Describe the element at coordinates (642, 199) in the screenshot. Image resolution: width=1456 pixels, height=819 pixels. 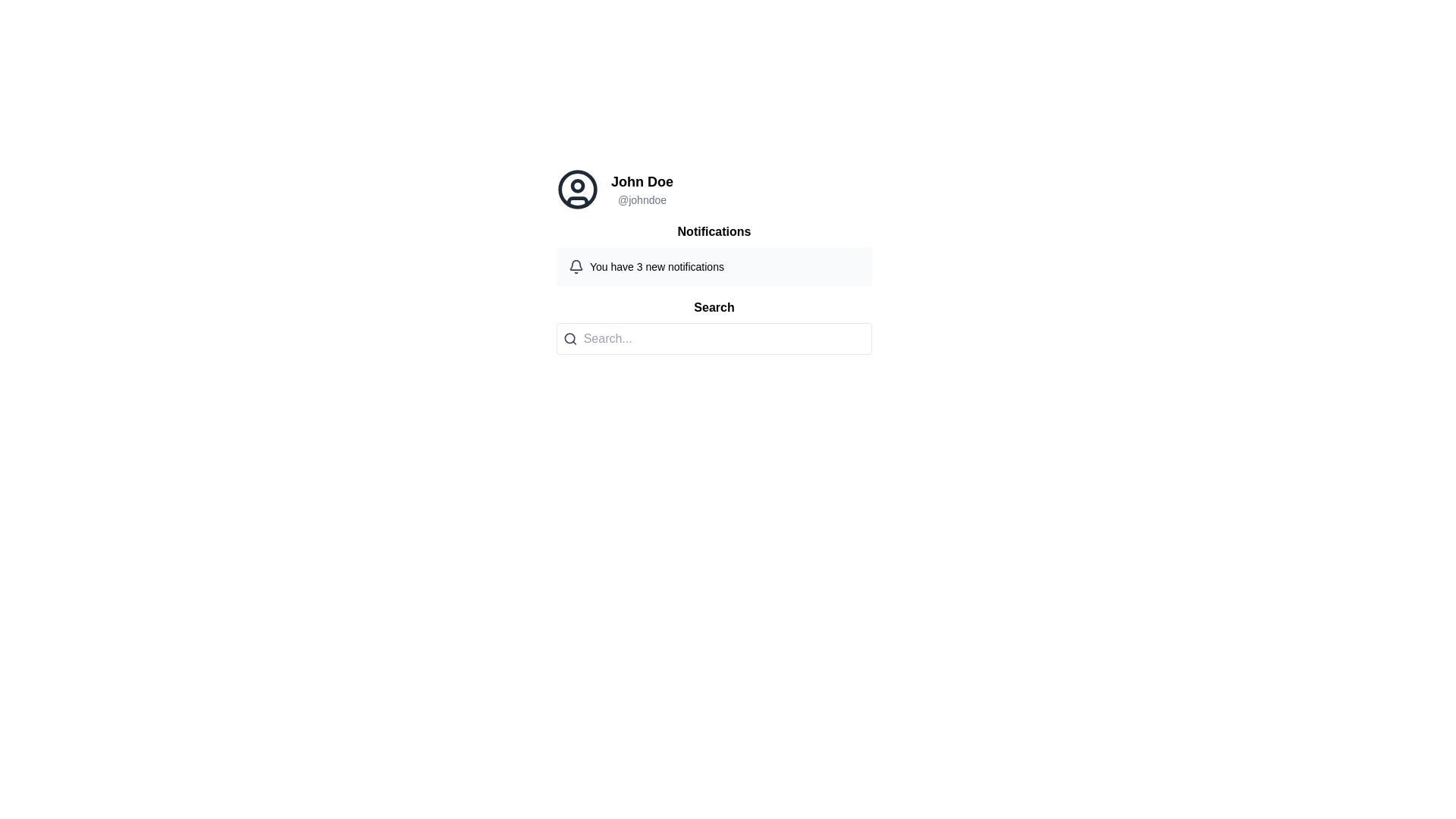
I see `the static text element displaying the username associated with 'John Doe', located directly below the larger 'John Doe' text` at that location.